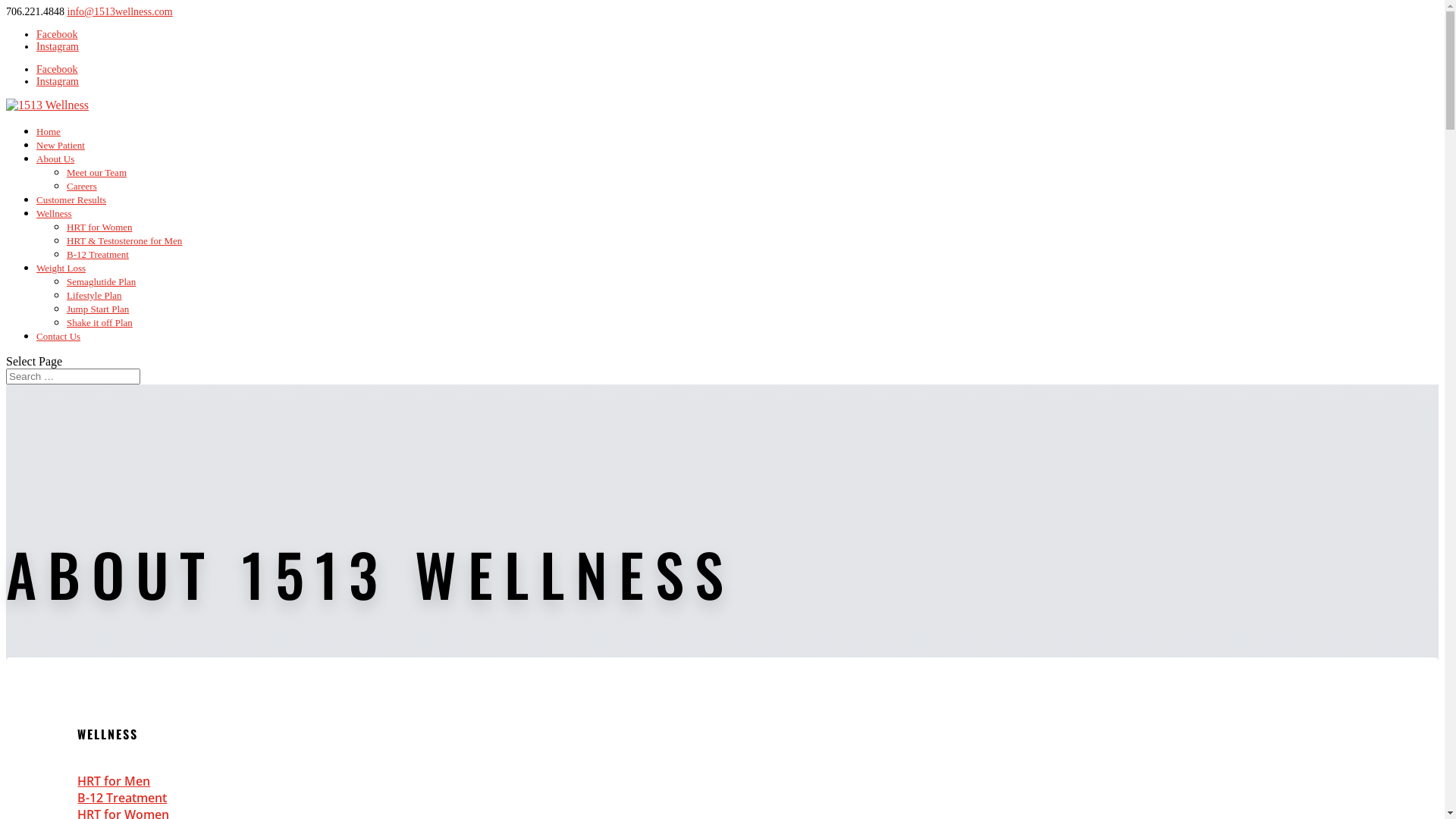  What do you see at coordinates (58, 81) in the screenshot?
I see `'Instagram'` at bounding box center [58, 81].